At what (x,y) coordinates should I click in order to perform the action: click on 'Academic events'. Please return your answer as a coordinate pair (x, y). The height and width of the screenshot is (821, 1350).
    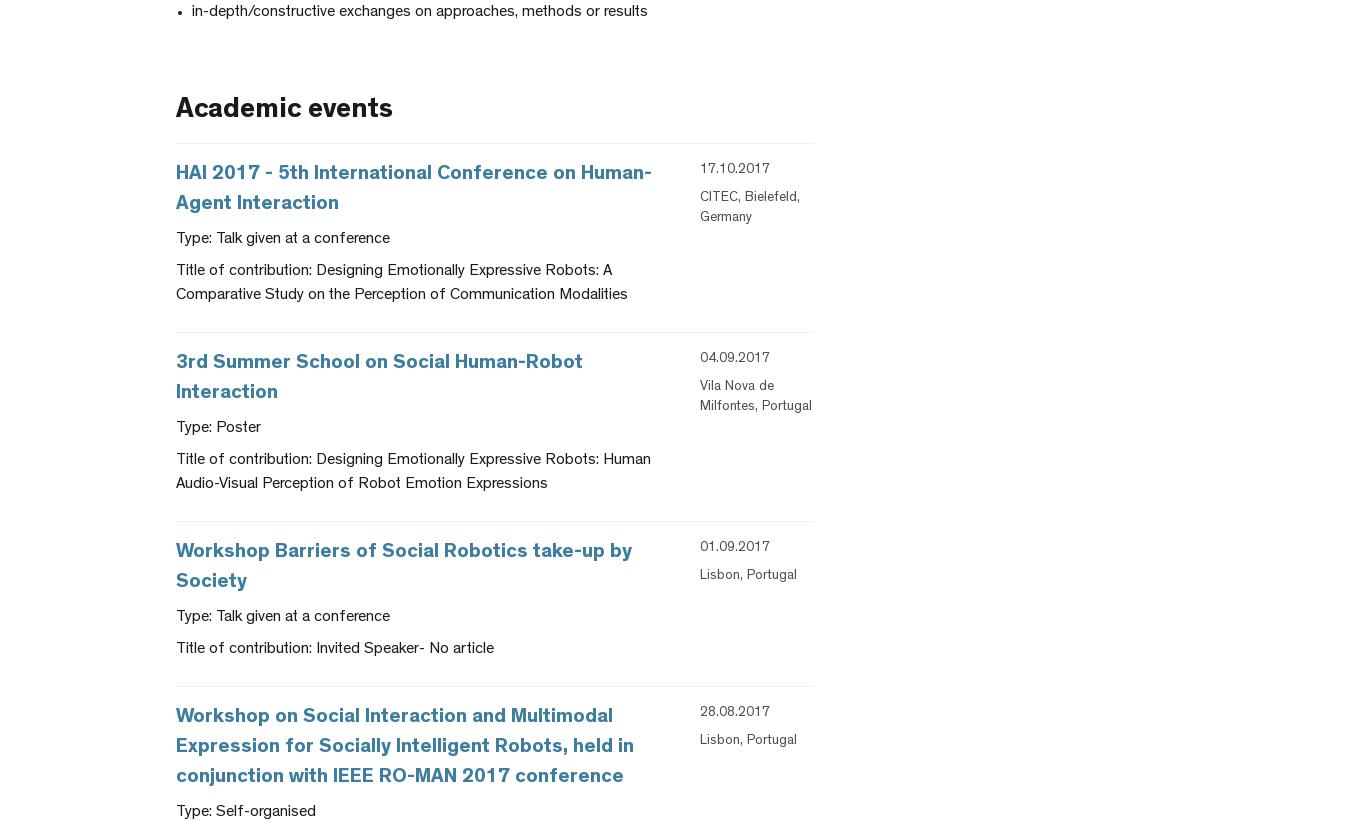
    Looking at the image, I should click on (283, 110).